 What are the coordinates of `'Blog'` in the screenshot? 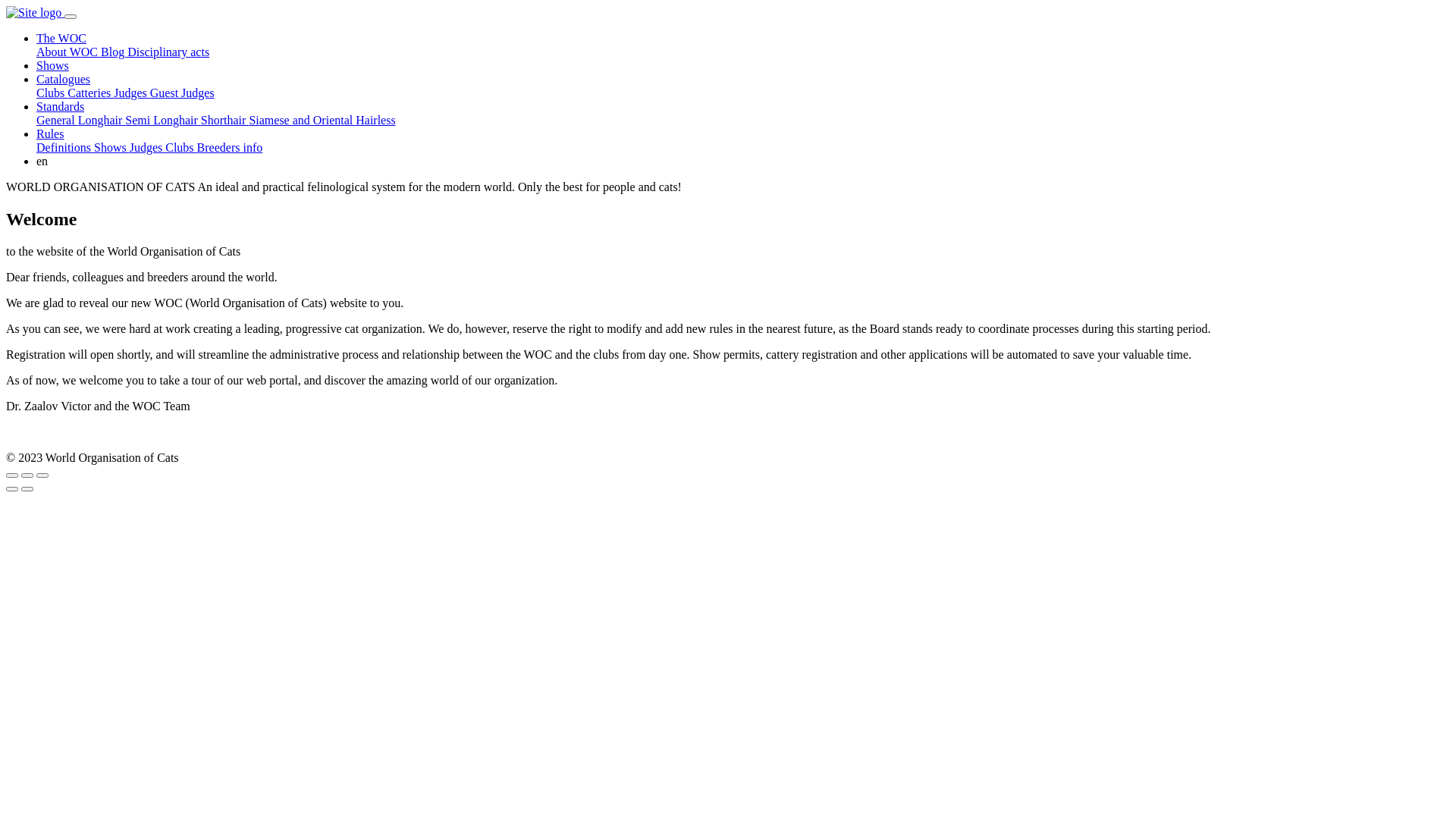 It's located at (113, 51).